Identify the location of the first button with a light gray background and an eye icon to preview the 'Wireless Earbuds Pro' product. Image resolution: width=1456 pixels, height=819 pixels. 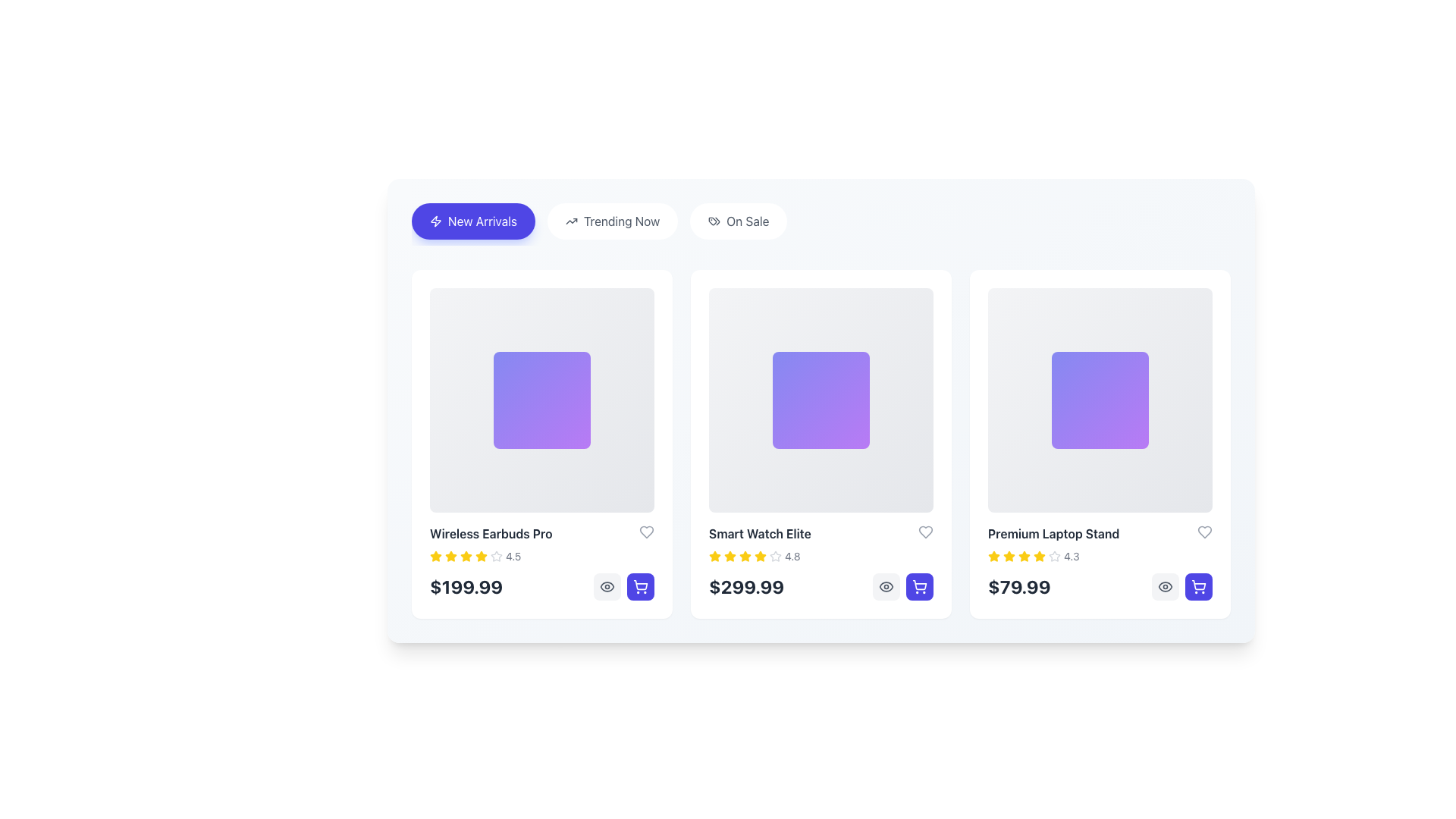
(607, 586).